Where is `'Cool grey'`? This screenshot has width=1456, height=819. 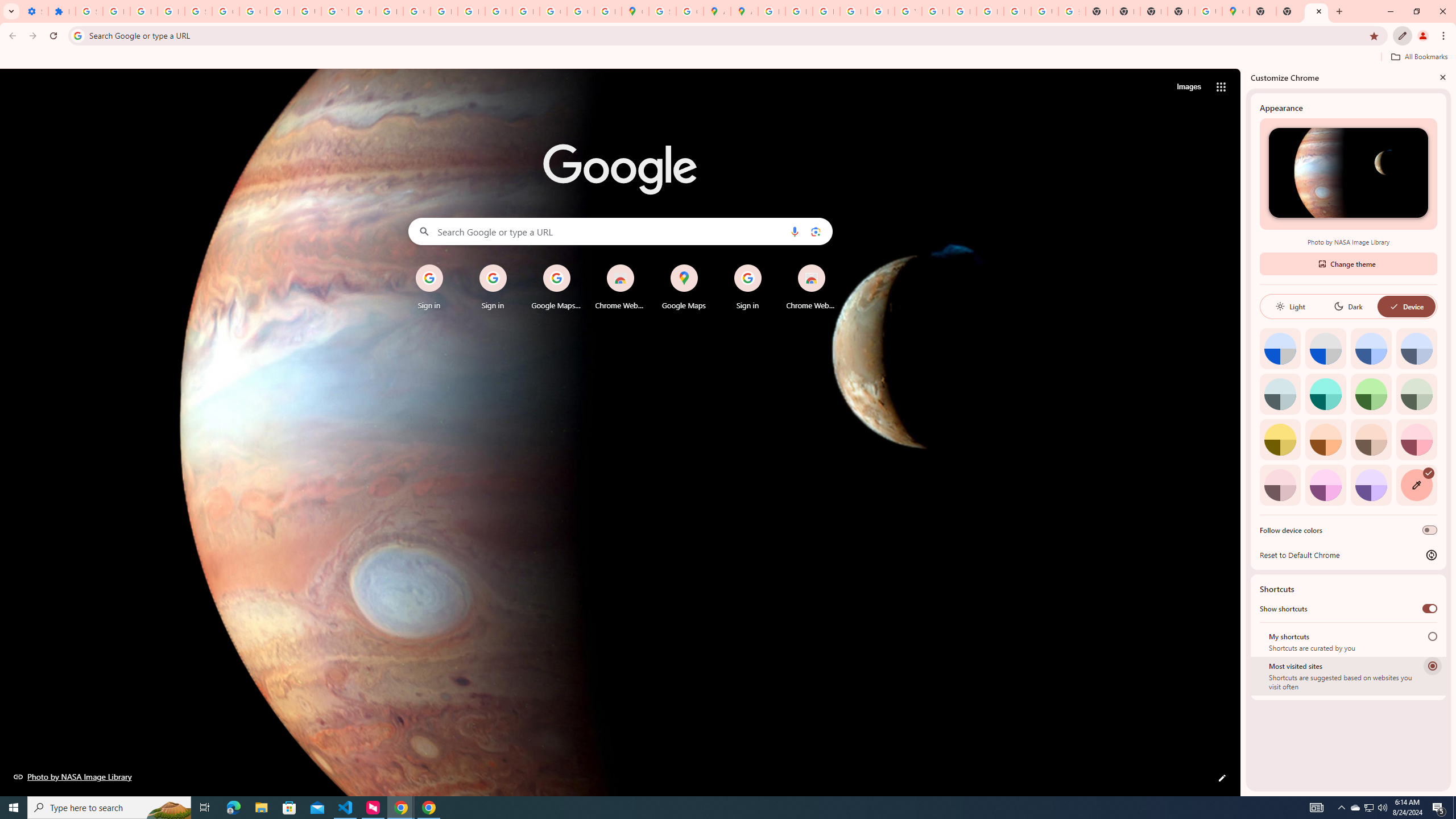 'Cool grey' is located at coordinates (1416, 348).